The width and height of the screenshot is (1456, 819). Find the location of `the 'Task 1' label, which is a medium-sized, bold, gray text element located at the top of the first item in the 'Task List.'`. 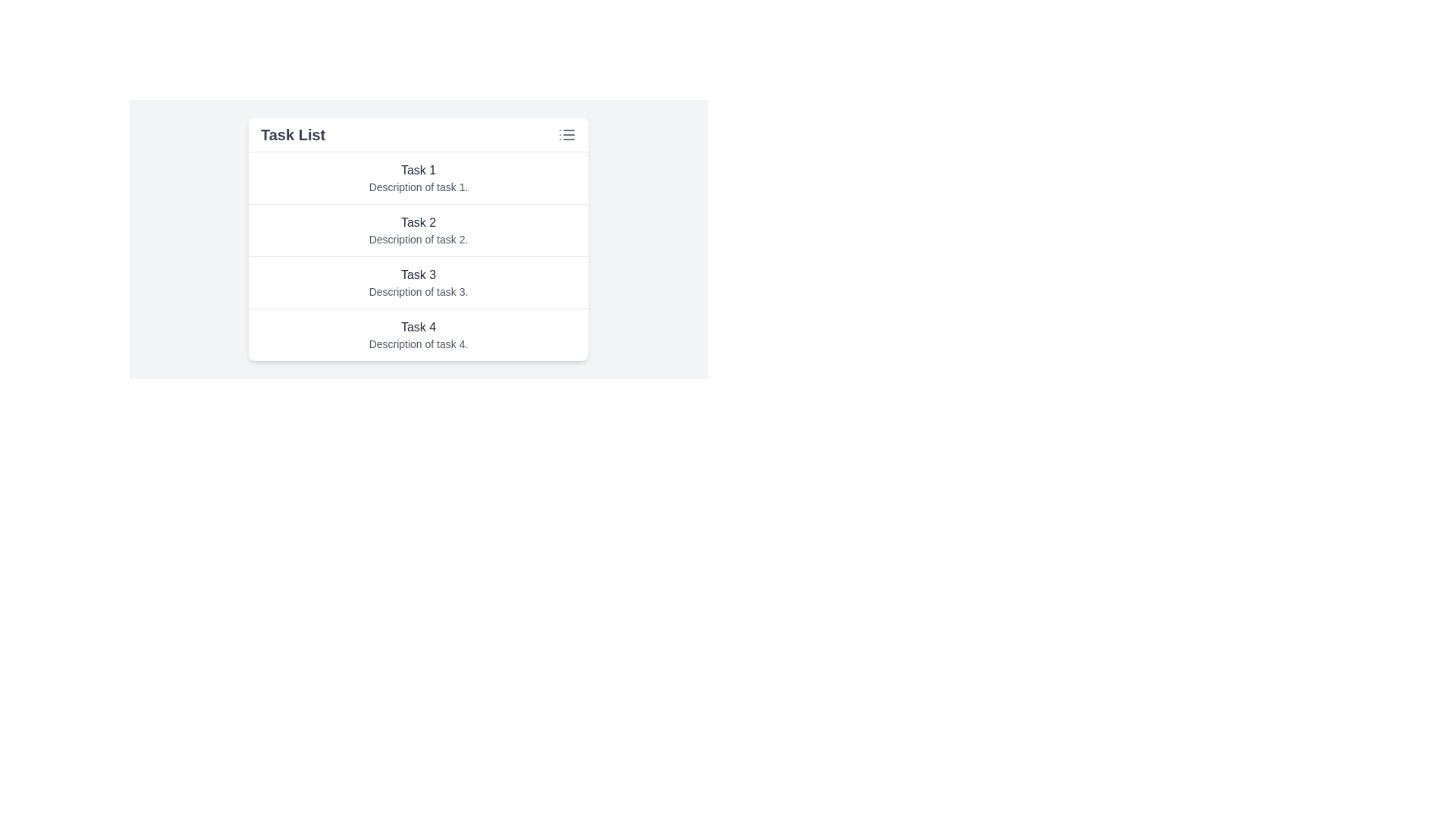

the 'Task 1' label, which is a medium-sized, bold, gray text element located at the top of the first item in the 'Task List.' is located at coordinates (419, 170).